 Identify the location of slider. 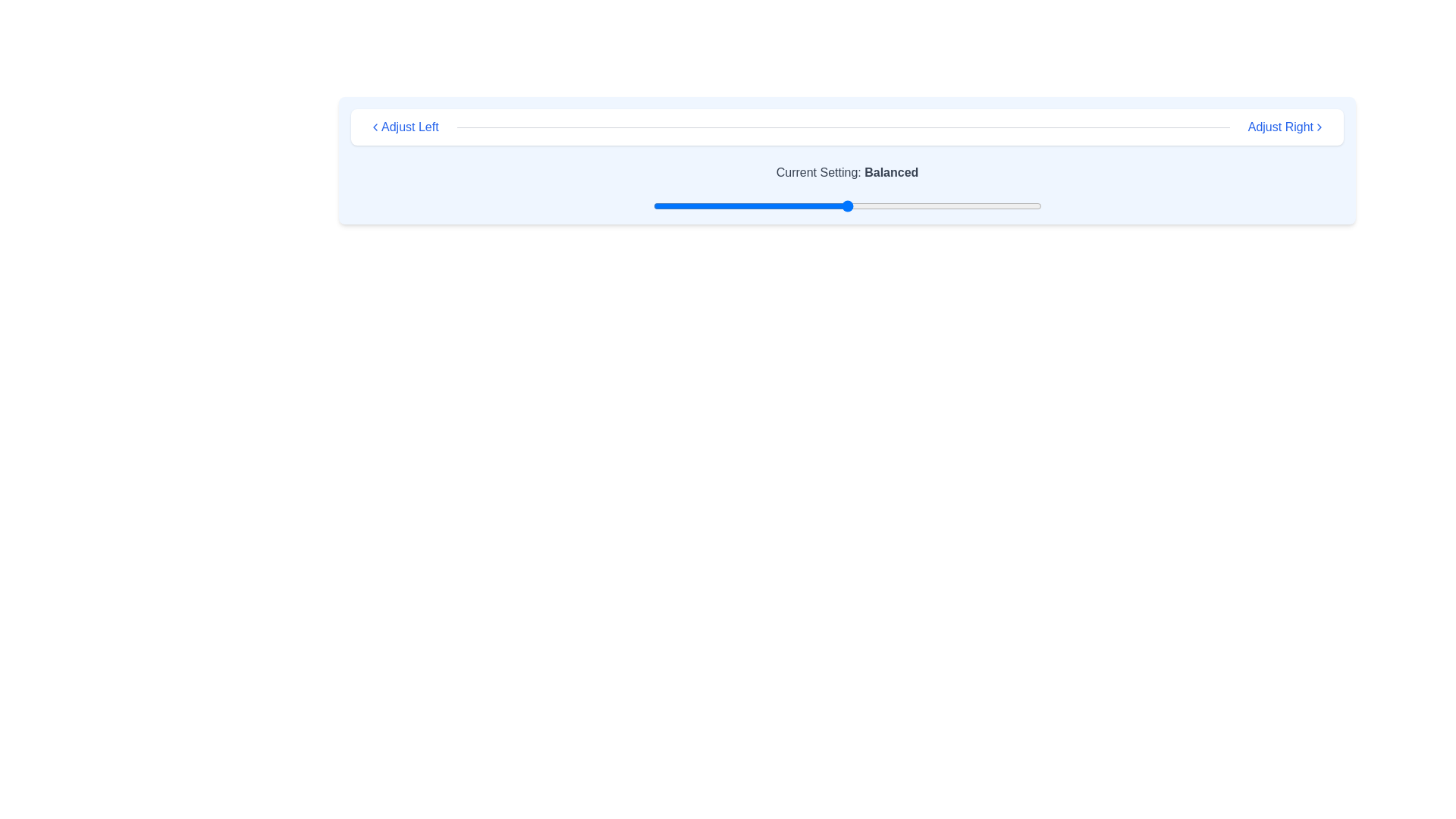
(823, 206).